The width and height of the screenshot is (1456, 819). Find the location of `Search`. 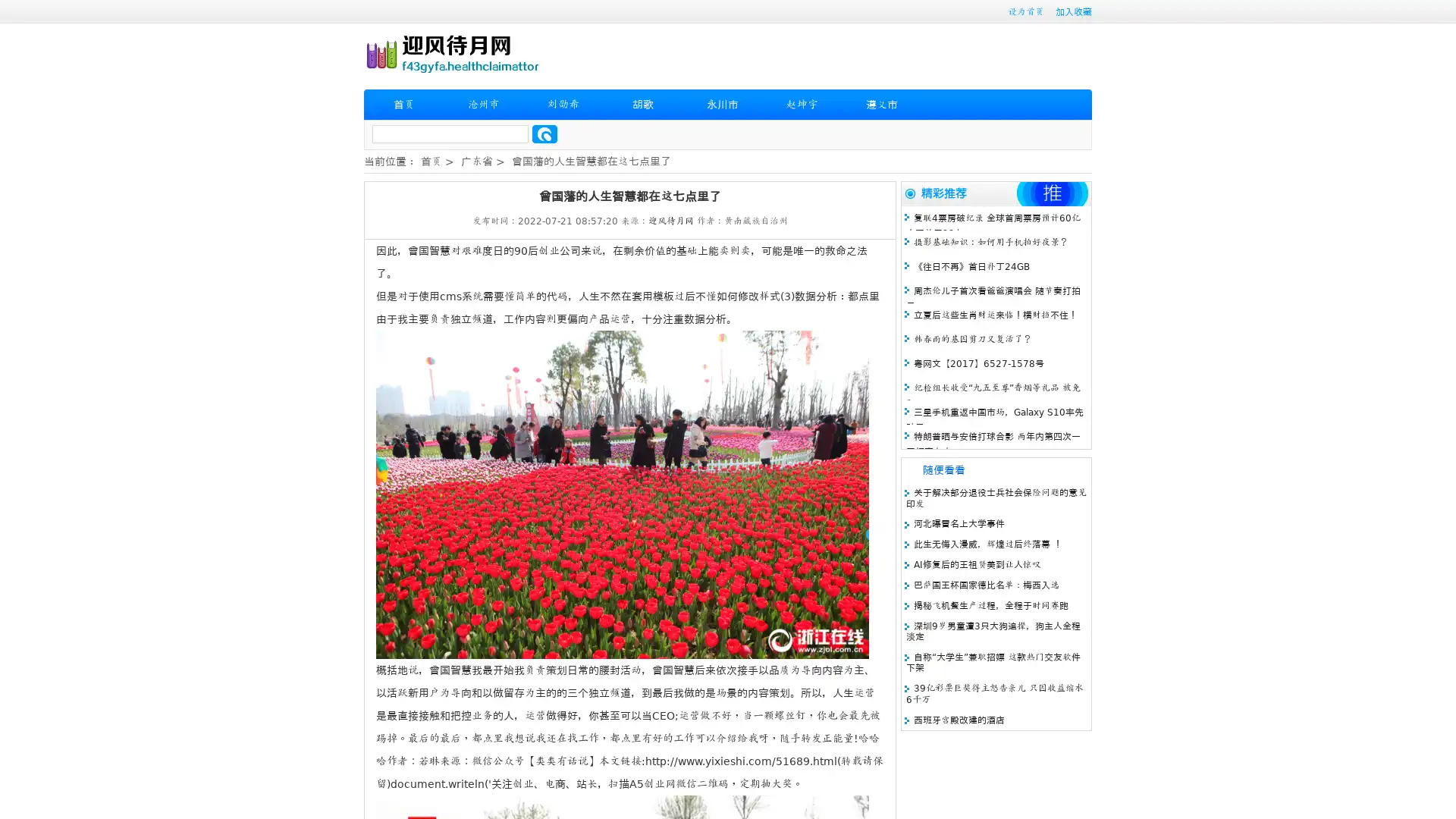

Search is located at coordinates (544, 133).